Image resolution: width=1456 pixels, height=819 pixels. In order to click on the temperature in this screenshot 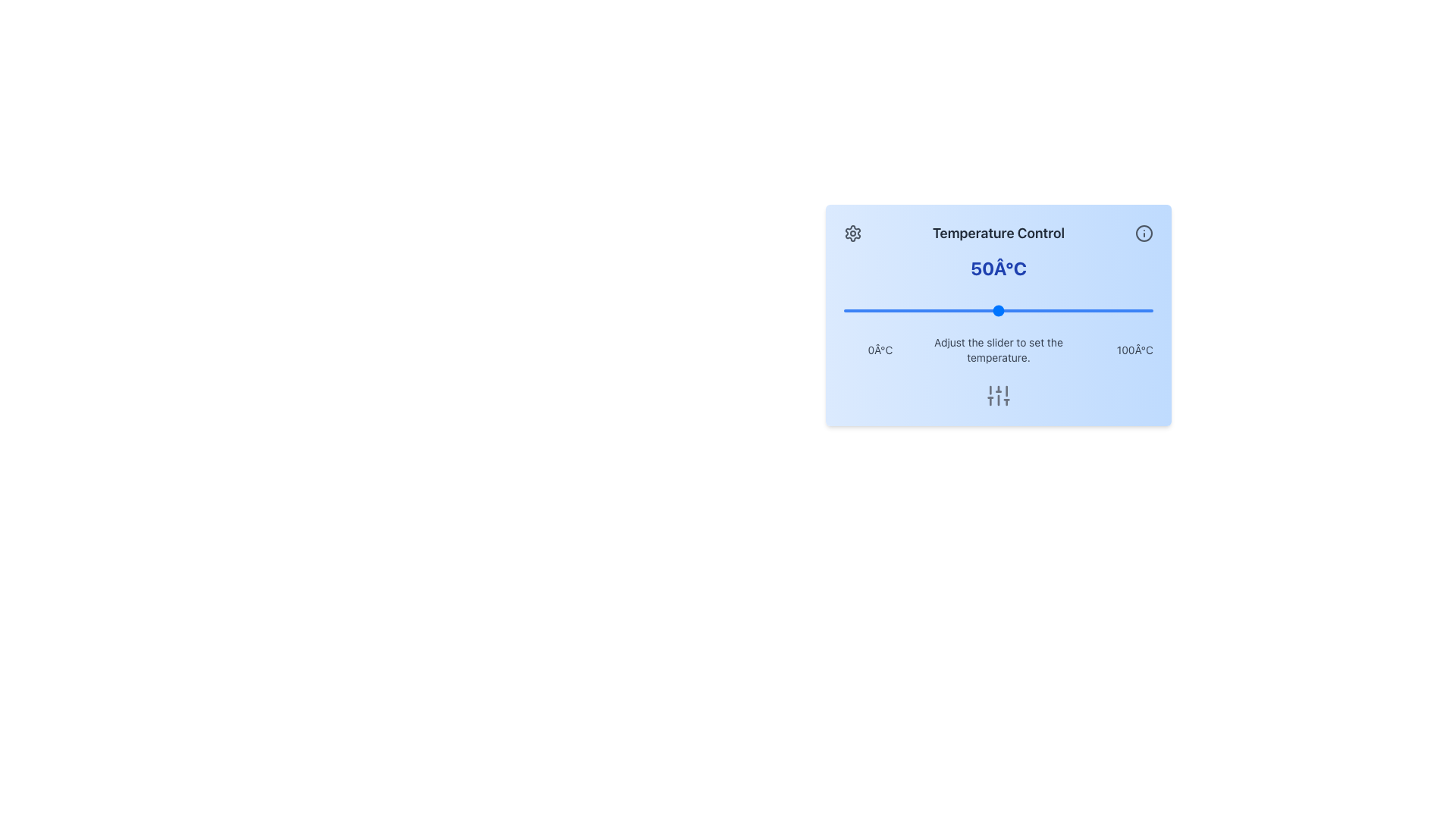, I will do `click(930, 309)`.